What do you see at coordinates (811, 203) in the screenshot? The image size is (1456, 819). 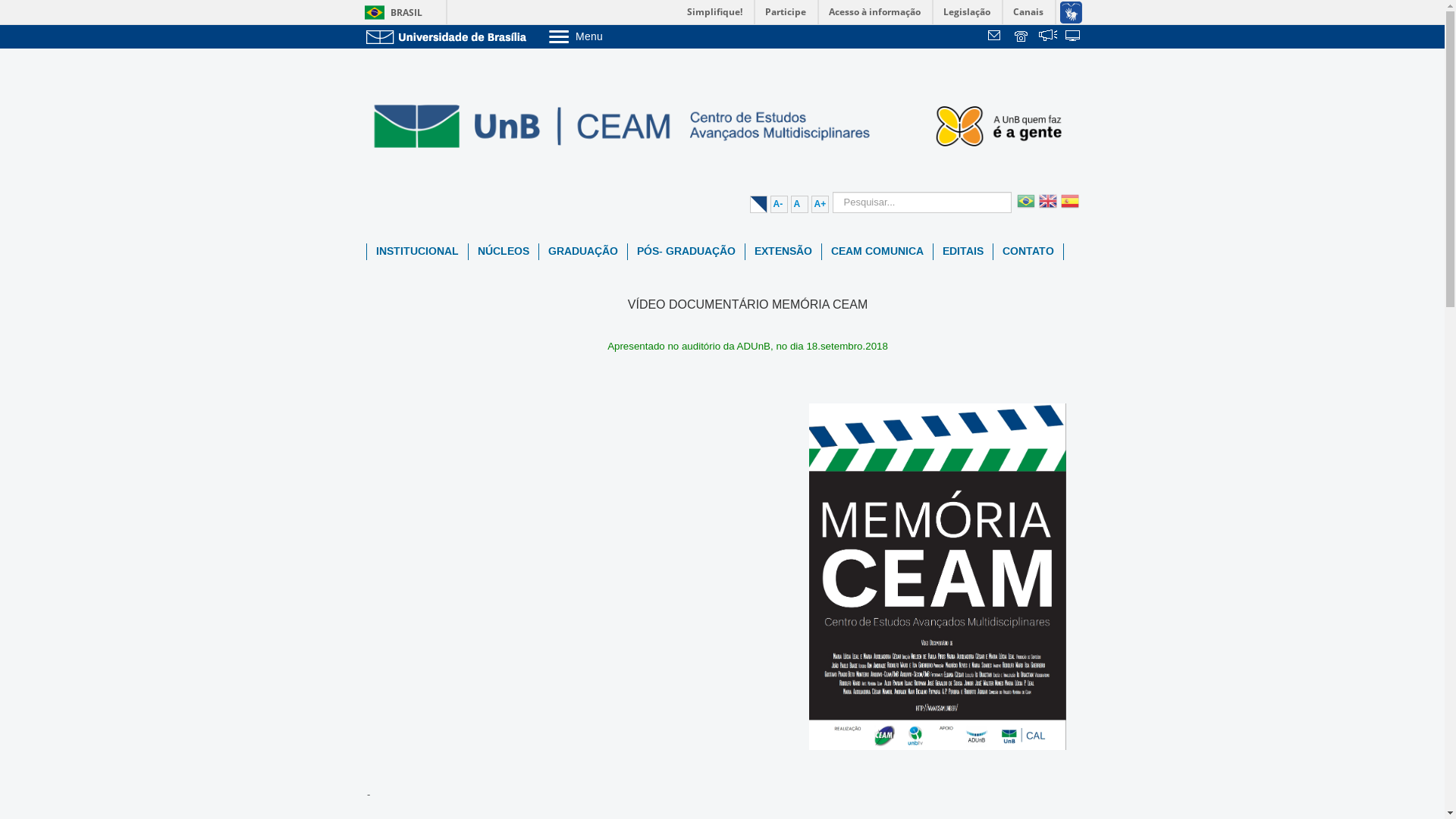 I see `'A+'` at bounding box center [811, 203].